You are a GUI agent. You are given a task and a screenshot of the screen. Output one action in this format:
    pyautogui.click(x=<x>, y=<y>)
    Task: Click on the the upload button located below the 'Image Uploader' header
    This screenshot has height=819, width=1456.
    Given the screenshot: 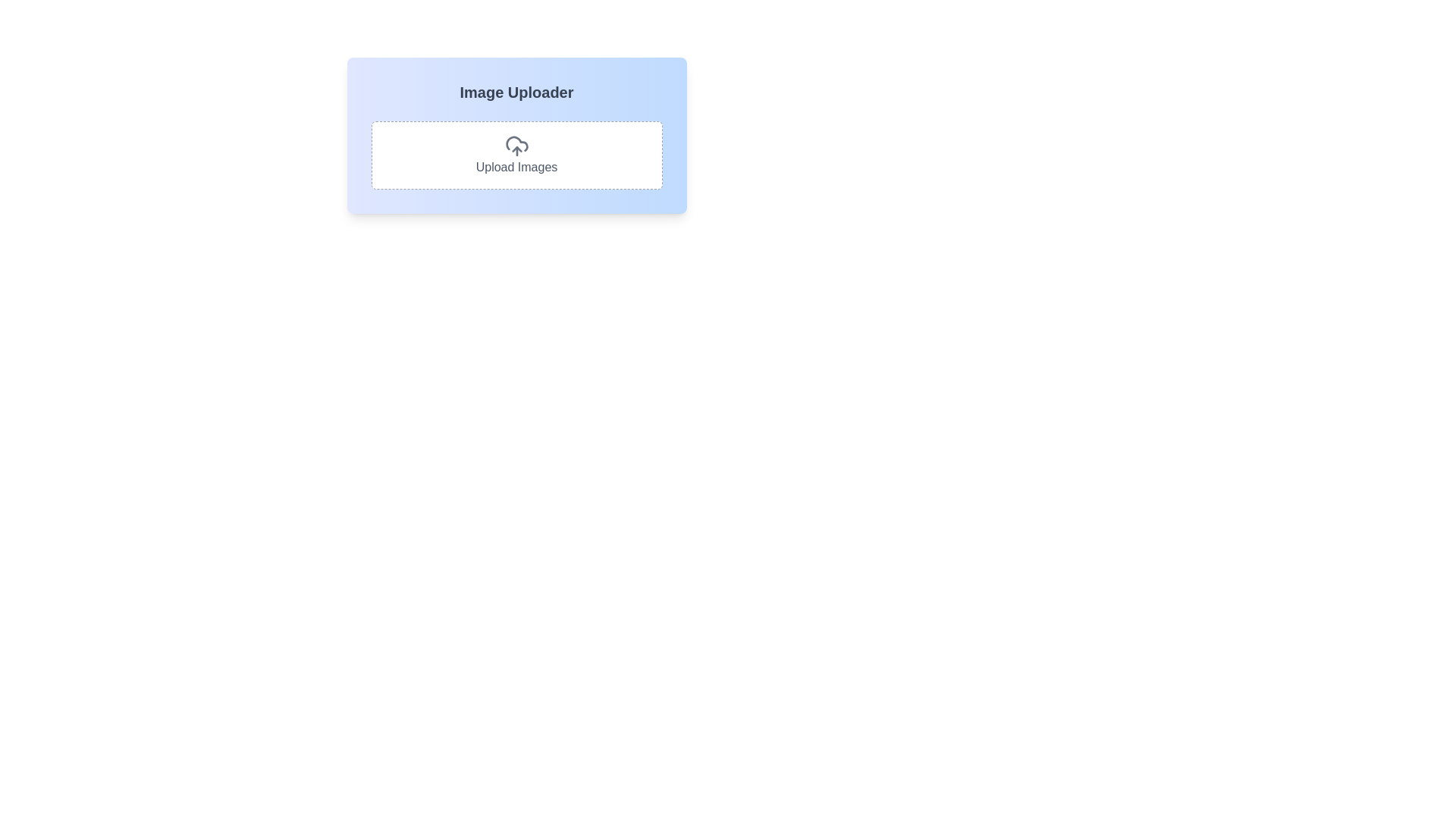 What is the action you would take?
    pyautogui.click(x=516, y=155)
    